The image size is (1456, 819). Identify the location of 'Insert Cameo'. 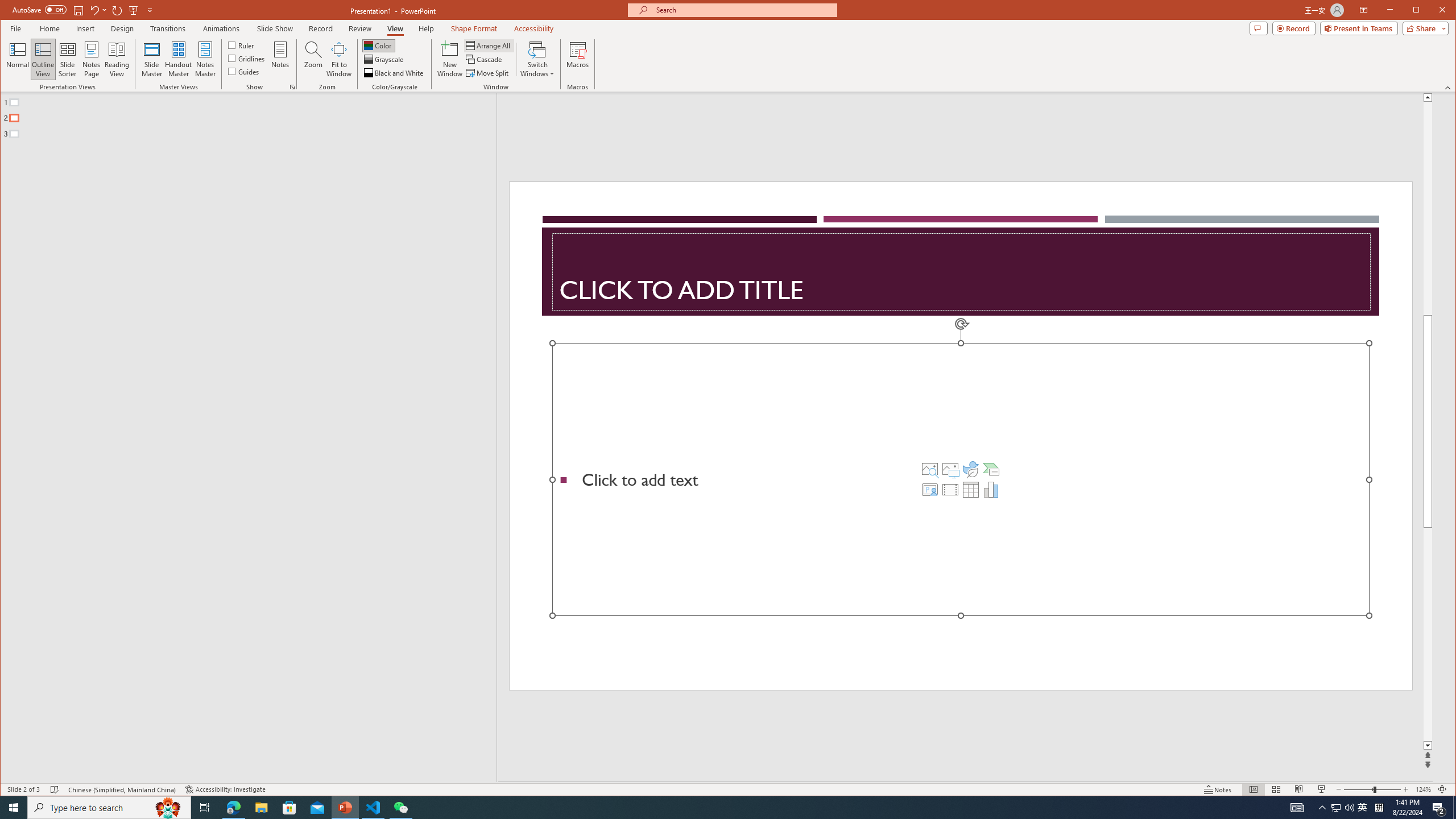
(929, 490).